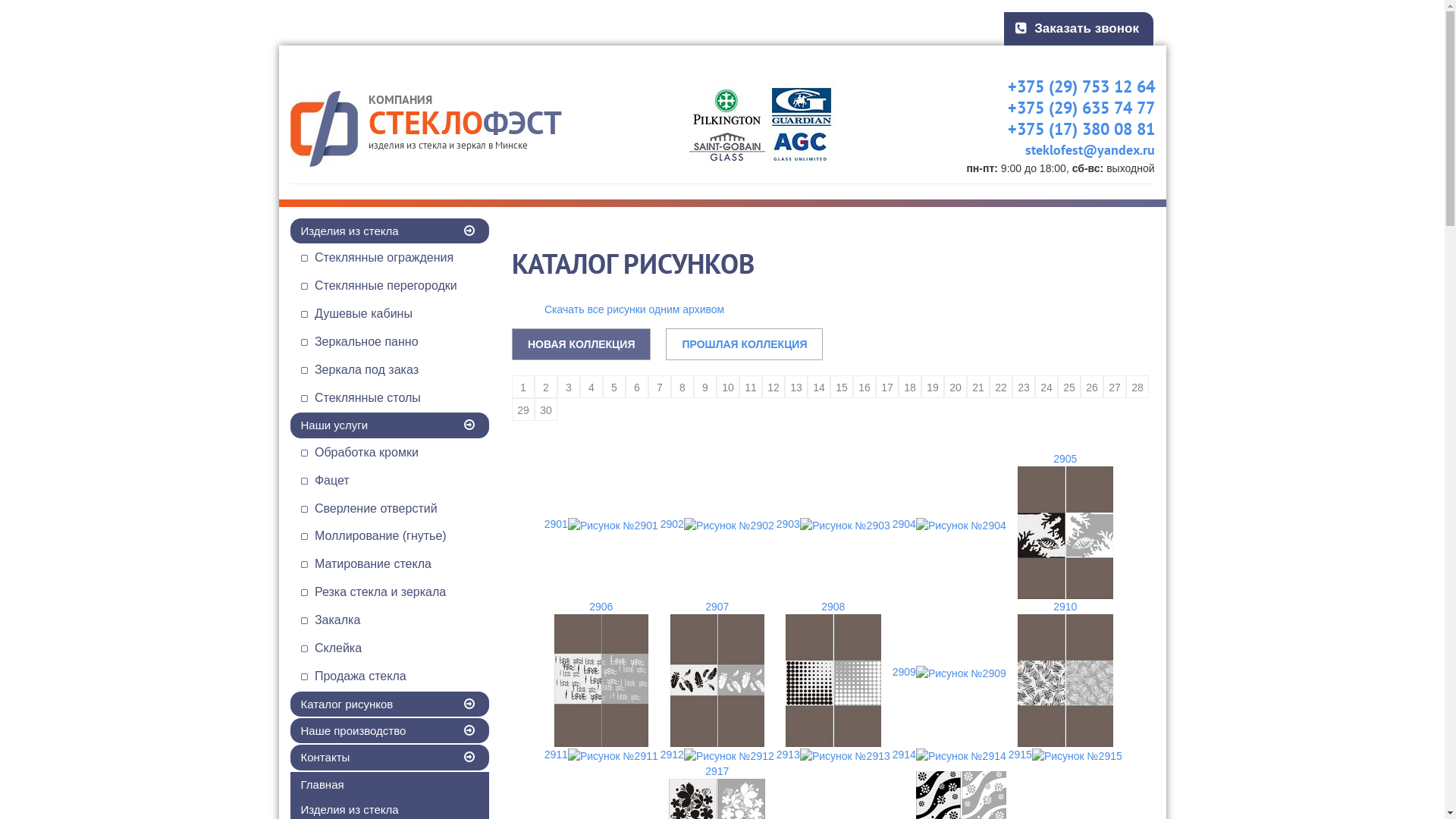 Image resolution: width=1456 pixels, height=819 pixels. I want to click on '6', so click(637, 385).